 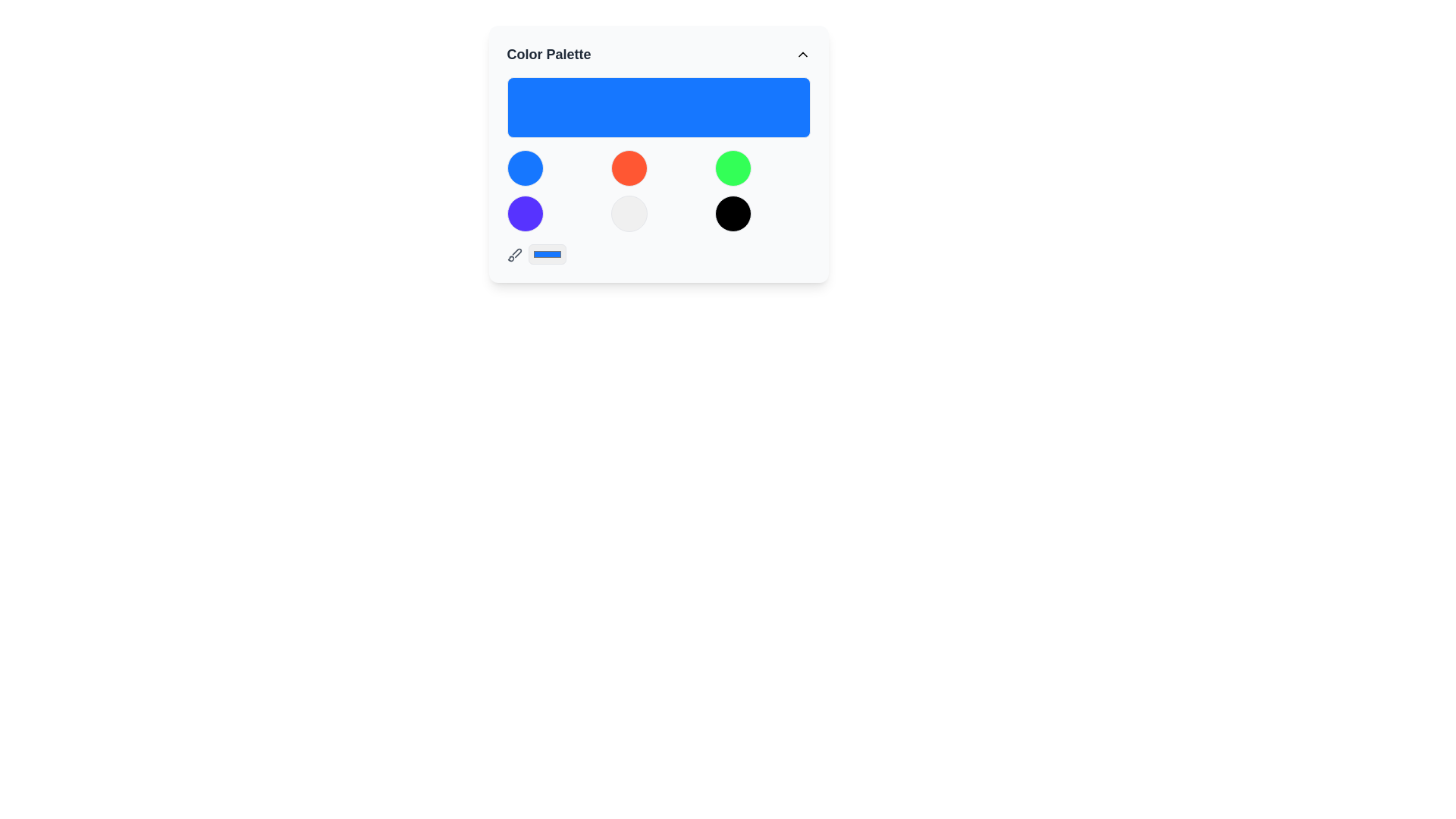 What do you see at coordinates (733, 168) in the screenshot?
I see `the circular green button with a black outline located in the top row, third column of the grid` at bounding box center [733, 168].